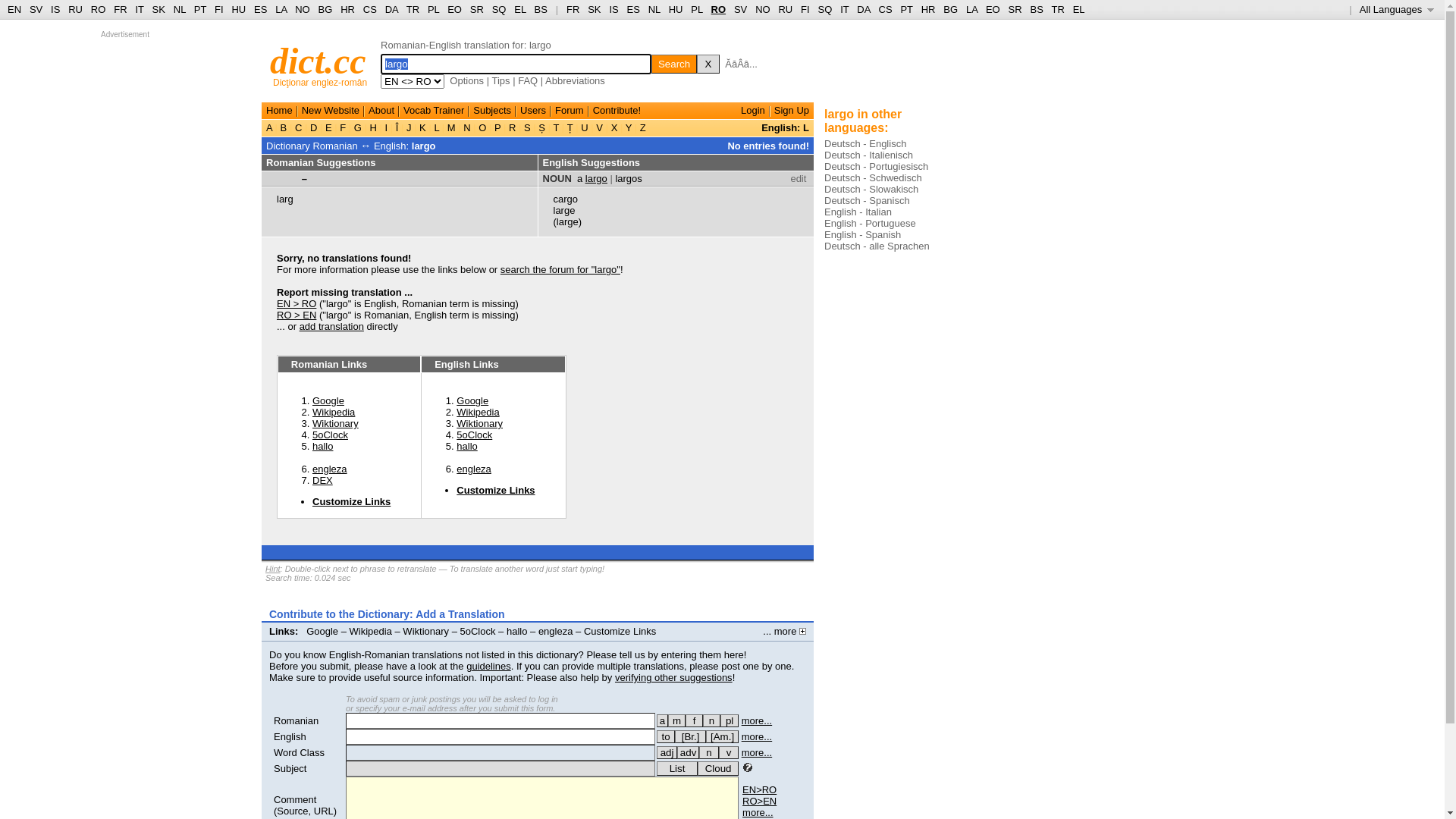 This screenshot has width=1456, height=819. Describe the element at coordinates (858, 212) in the screenshot. I see `'English - Italian'` at that location.